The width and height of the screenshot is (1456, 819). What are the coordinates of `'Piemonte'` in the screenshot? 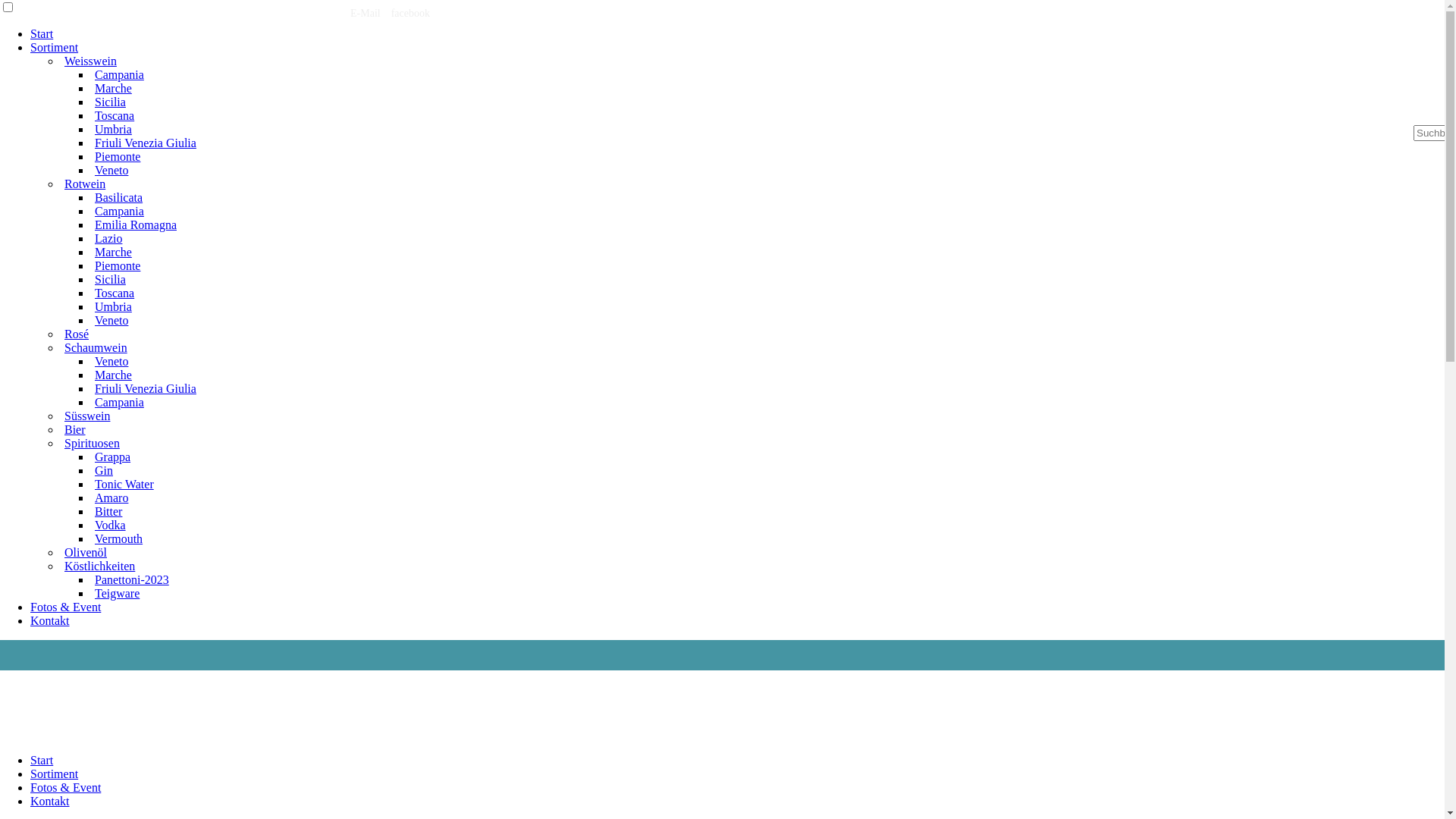 It's located at (116, 156).